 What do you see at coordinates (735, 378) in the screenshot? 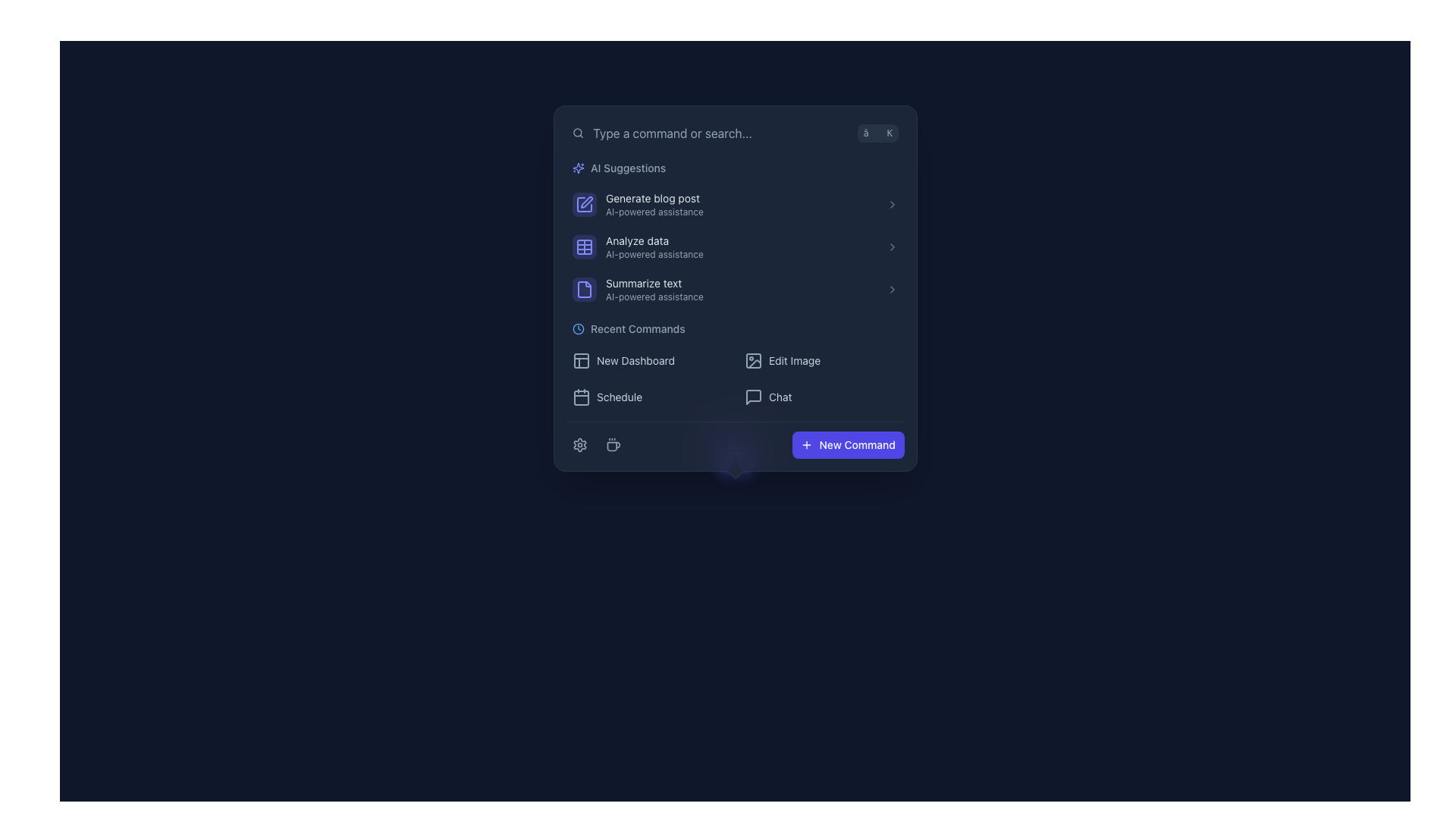
I see `the 'Chat' option in the Grid of interactive menu items, which is located in the Recent Commands section below the AI Suggestions list` at bounding box center [735, 378].